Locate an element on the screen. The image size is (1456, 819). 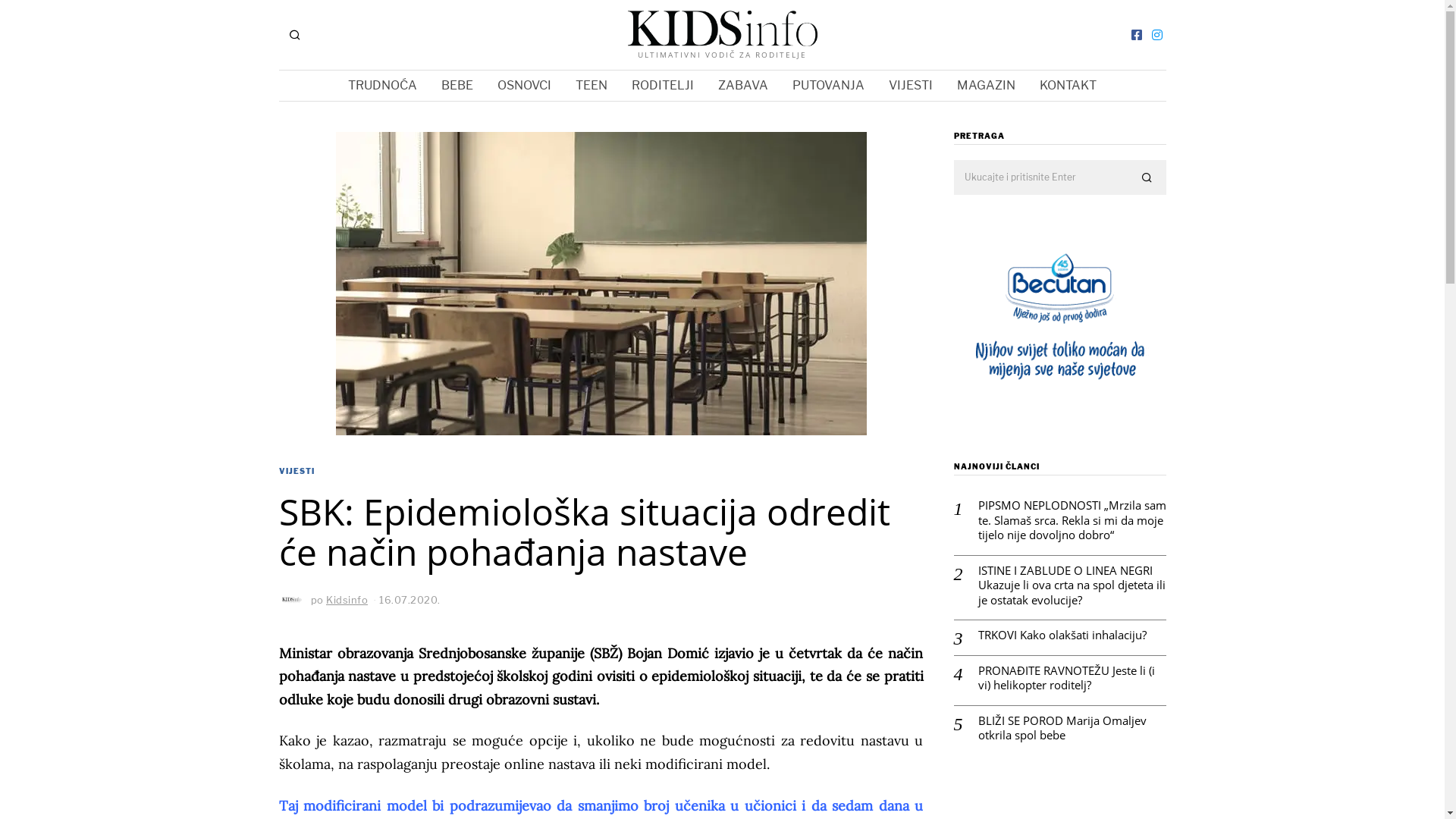
'Instagram' is located at coordinates (1156, 34).